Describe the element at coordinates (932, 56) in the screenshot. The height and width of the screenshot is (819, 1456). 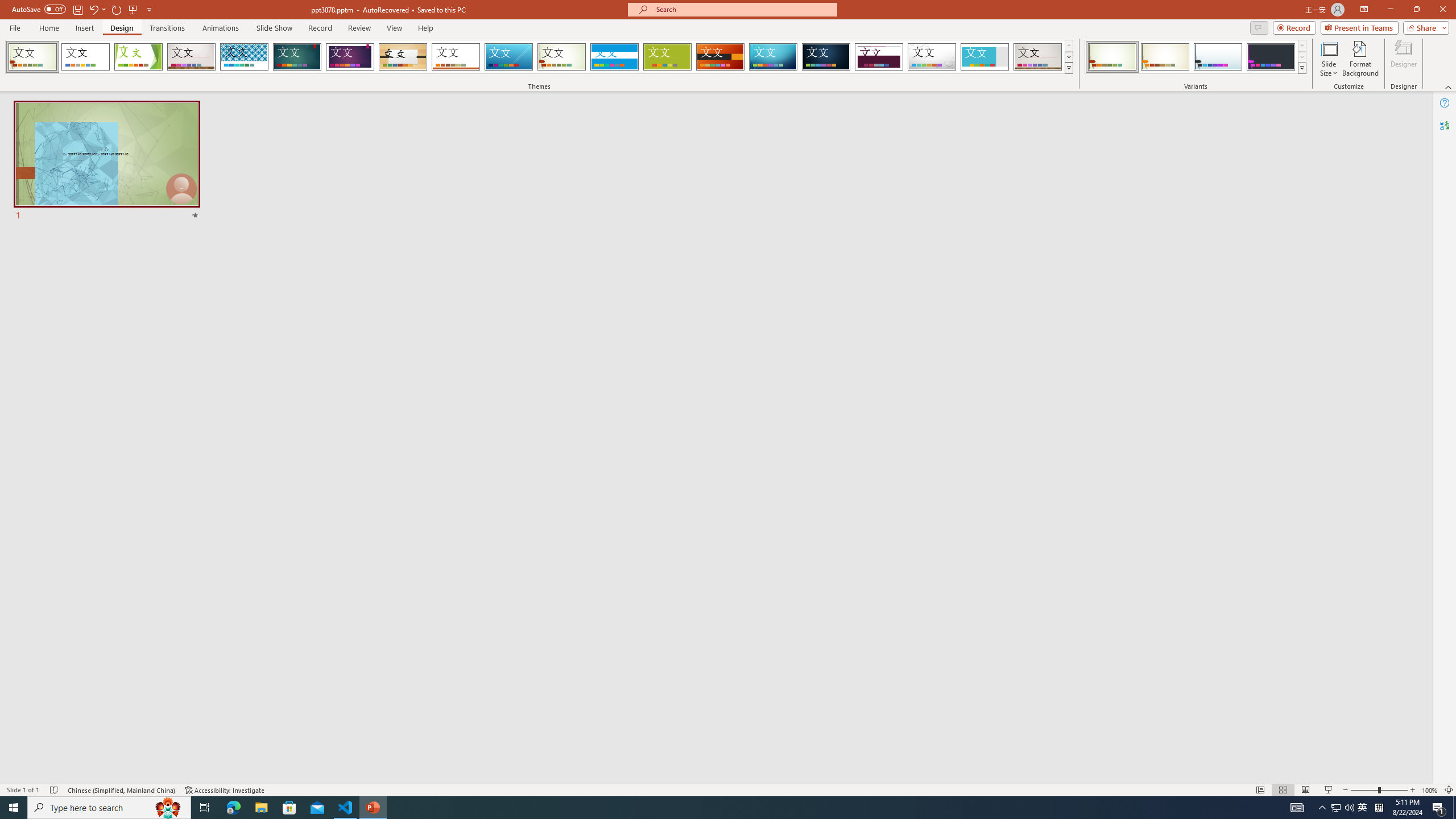
I see `'Droplet'` at that location.